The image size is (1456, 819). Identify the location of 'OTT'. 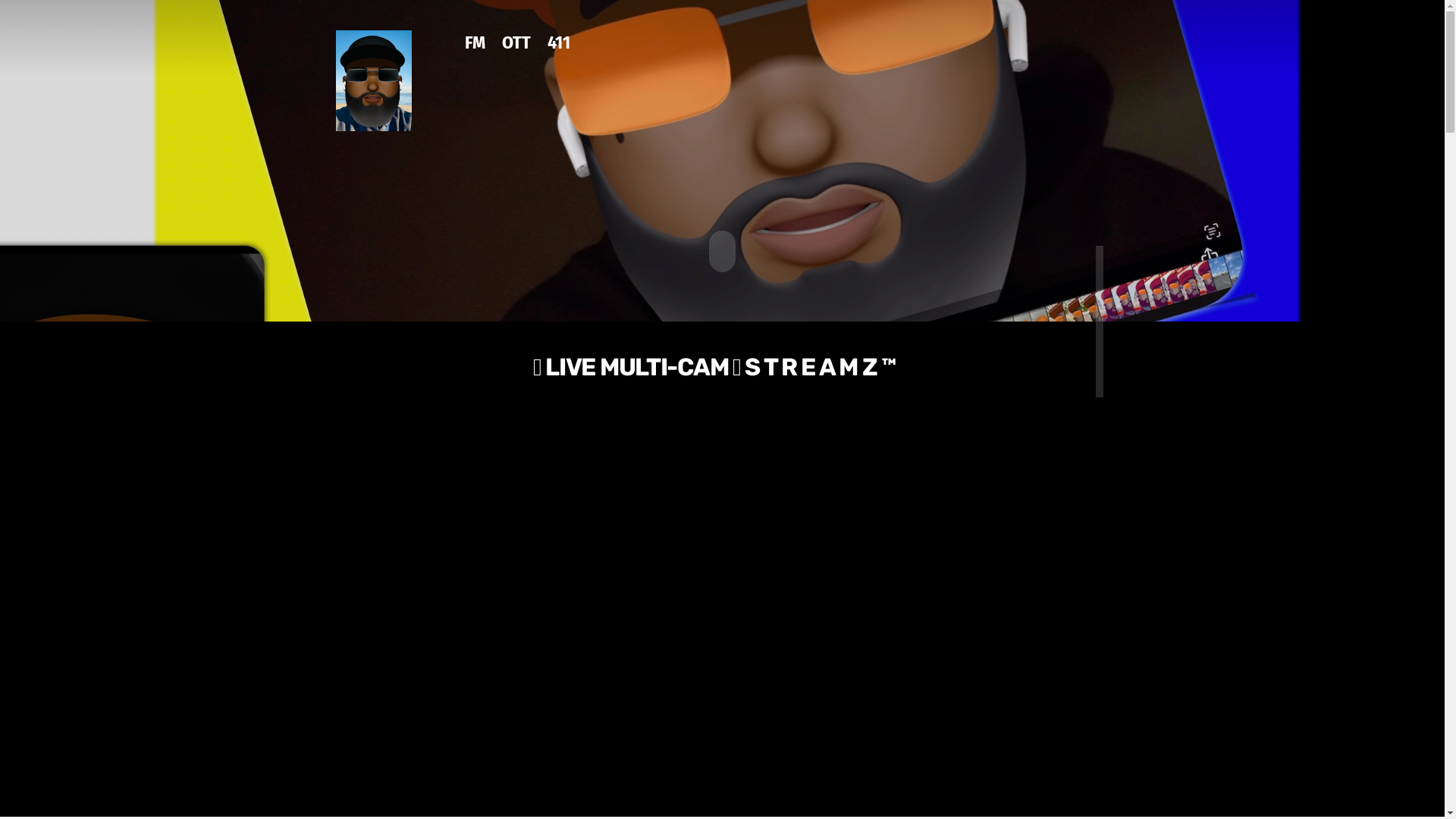
(516, 52).